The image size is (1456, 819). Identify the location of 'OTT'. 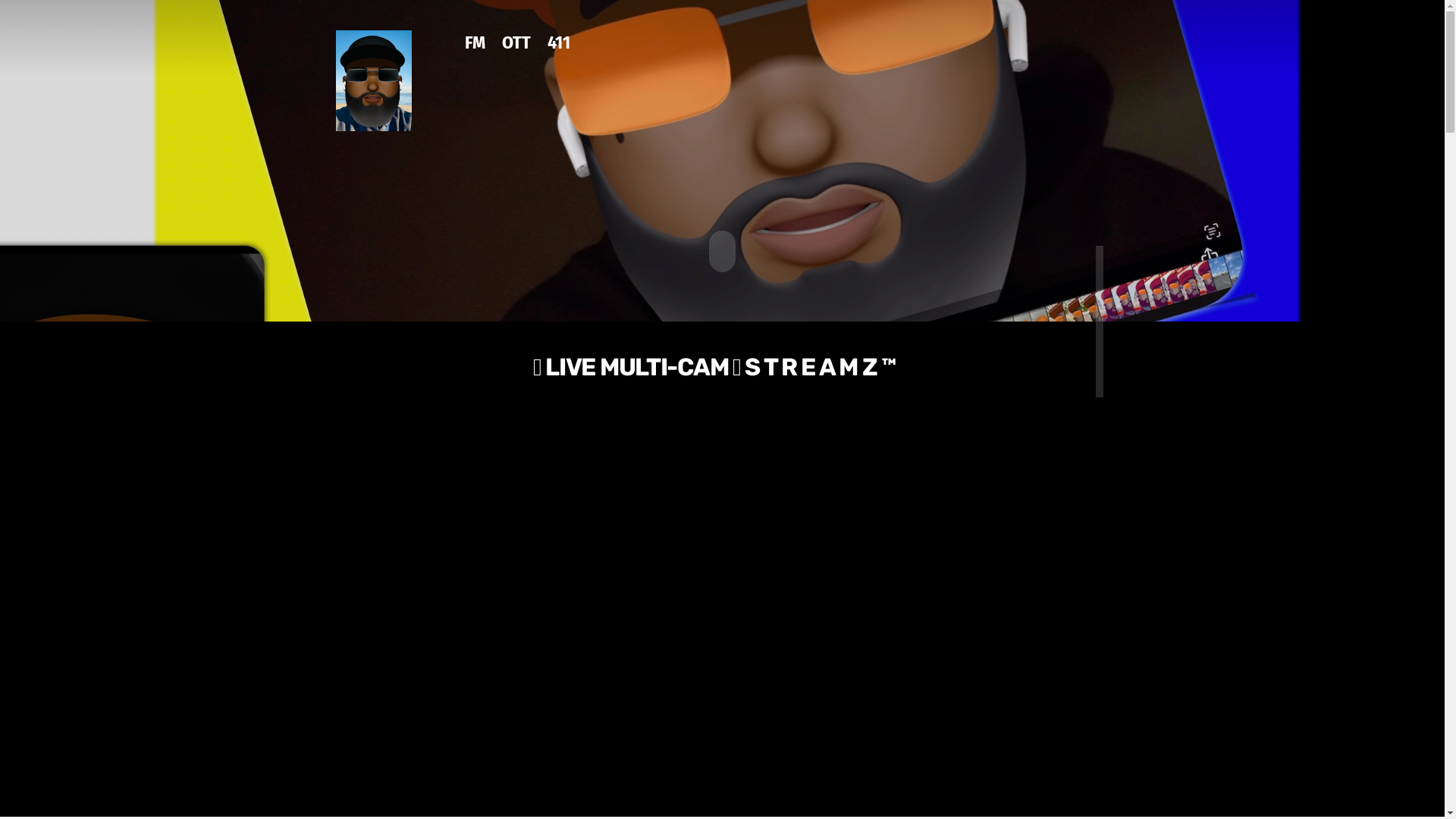
(516, 52).